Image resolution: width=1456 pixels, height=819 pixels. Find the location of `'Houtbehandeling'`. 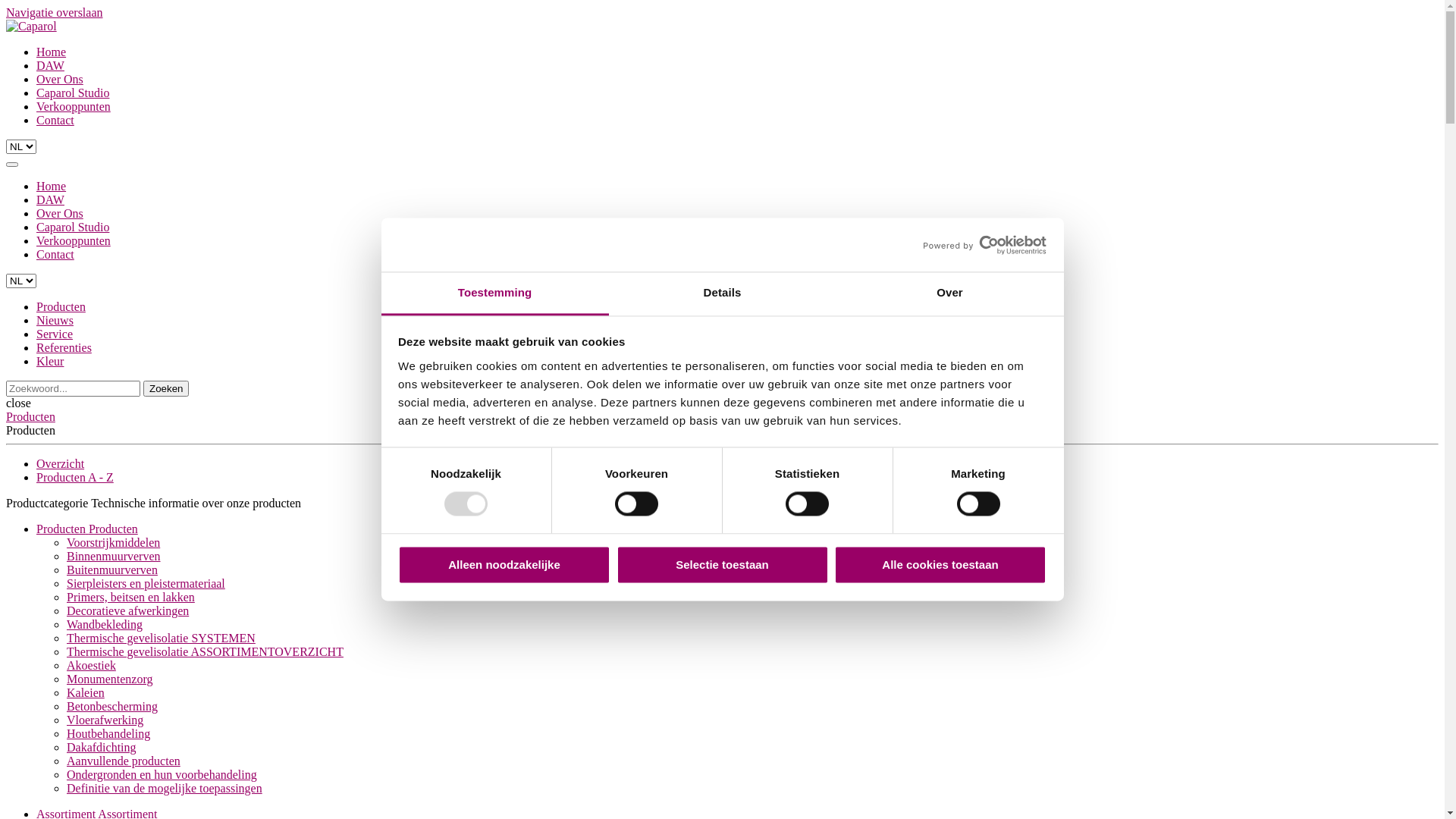

'Houtbehandeling' is located at coordinates (65, 733).